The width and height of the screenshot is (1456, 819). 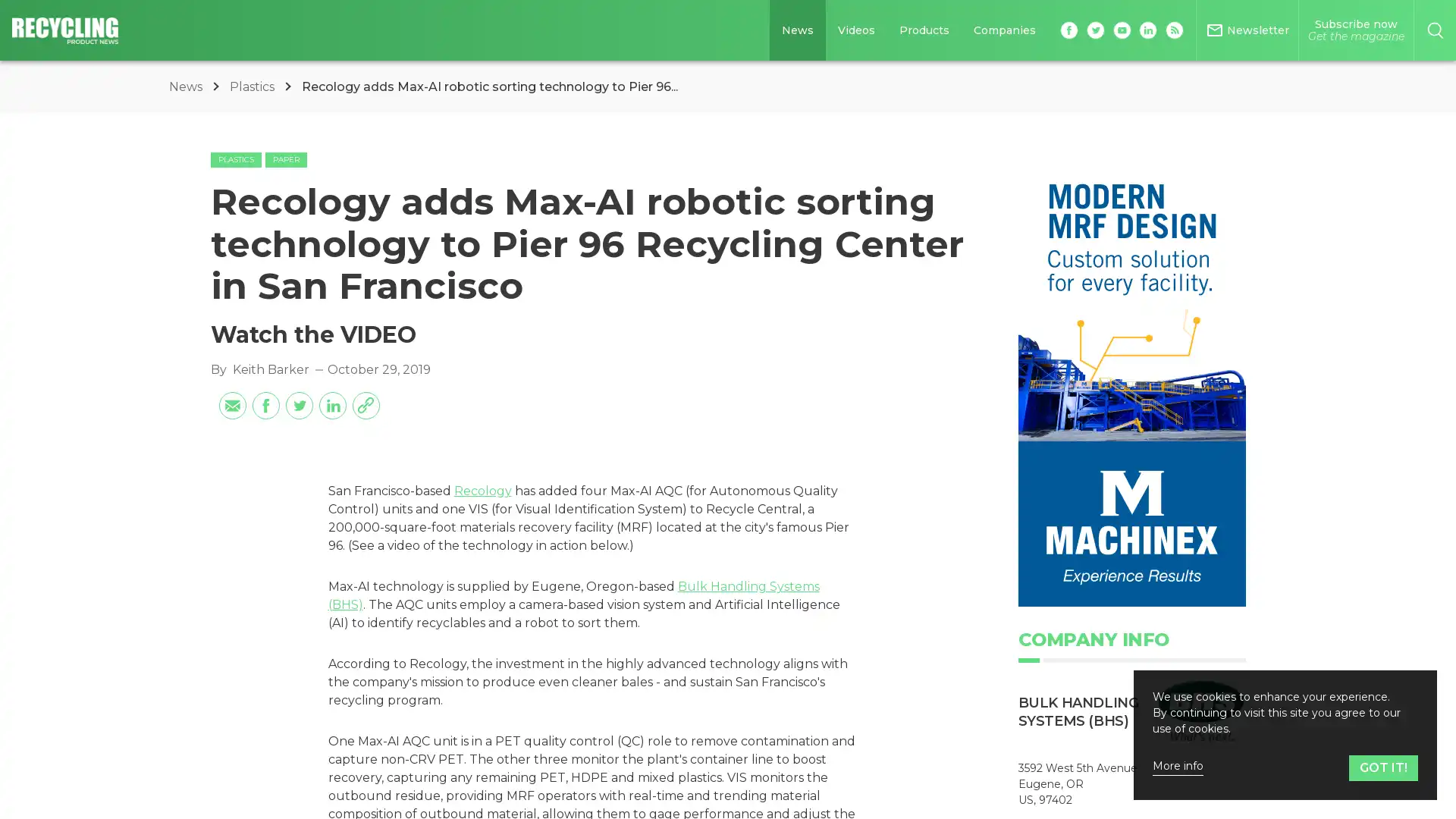 What do you see at coordinates (365, 403) in the screenshot?
I see `Copy the link` at bounding box center [365, 403].